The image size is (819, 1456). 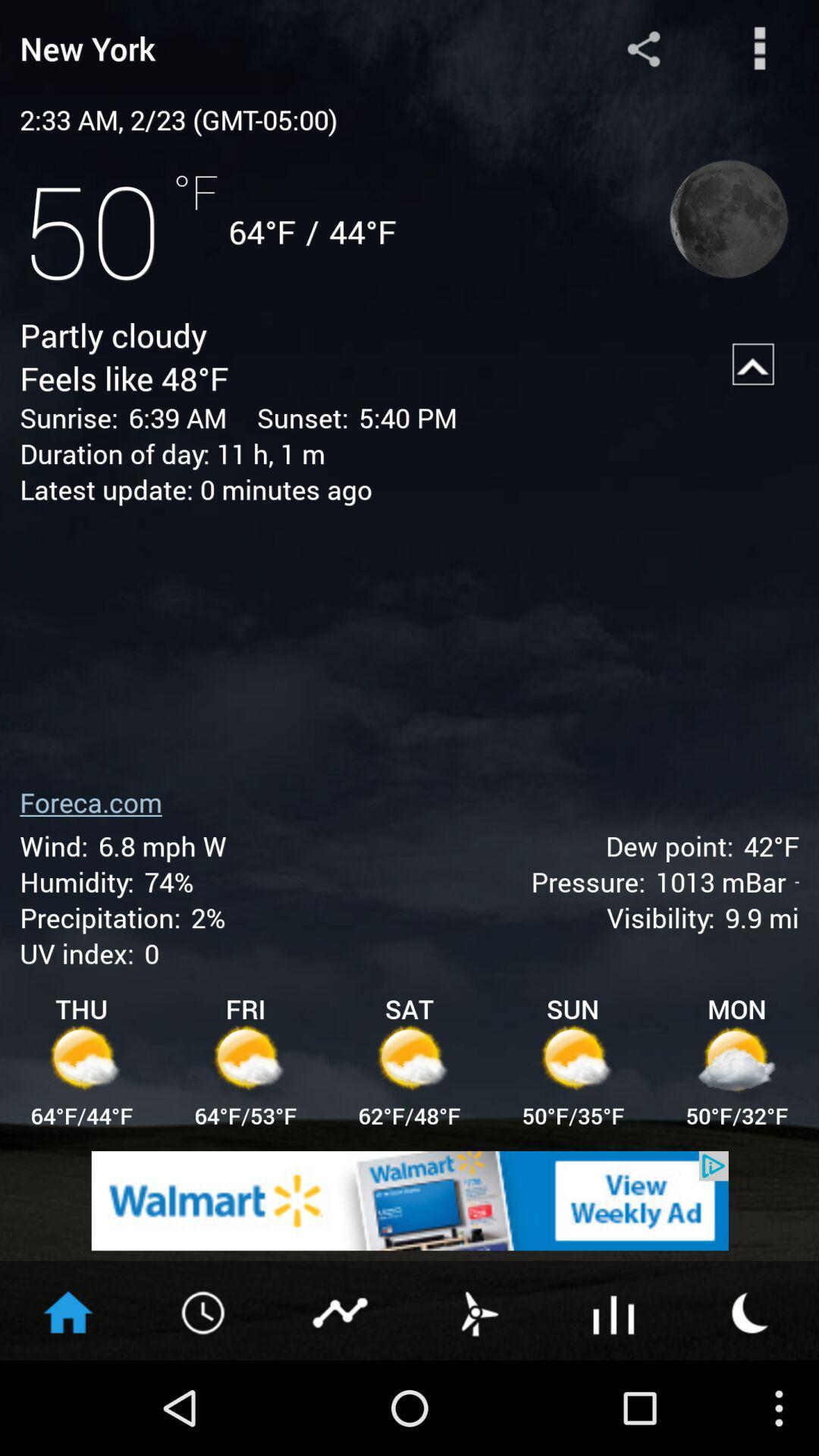 What do you see at coordinates (754, 390) in the screenshot?
I see `the arrow_upward icon` at bounding box center [754, 390].